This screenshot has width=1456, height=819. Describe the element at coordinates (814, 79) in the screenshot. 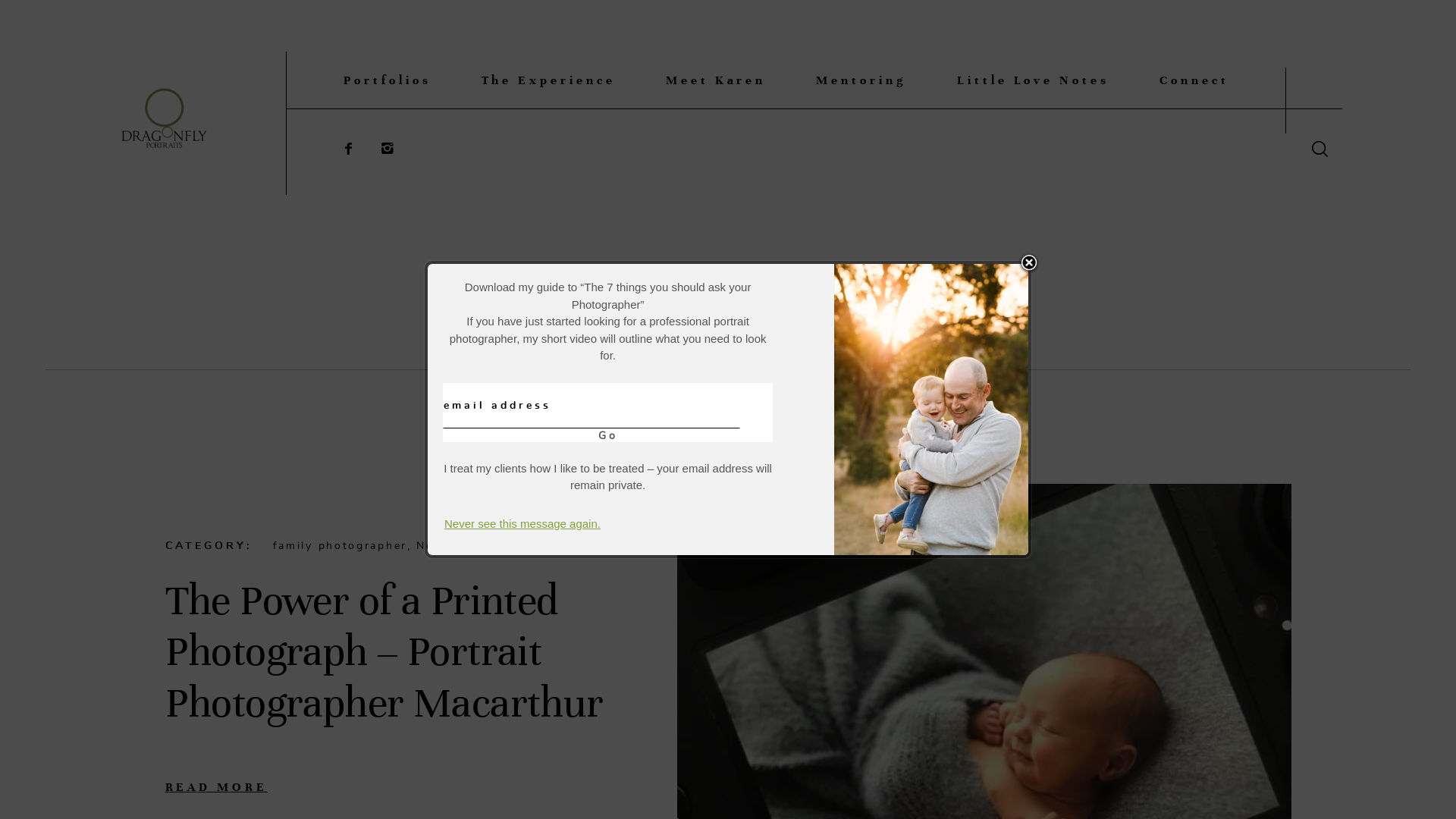

I see `'Mentoring'` at that location.